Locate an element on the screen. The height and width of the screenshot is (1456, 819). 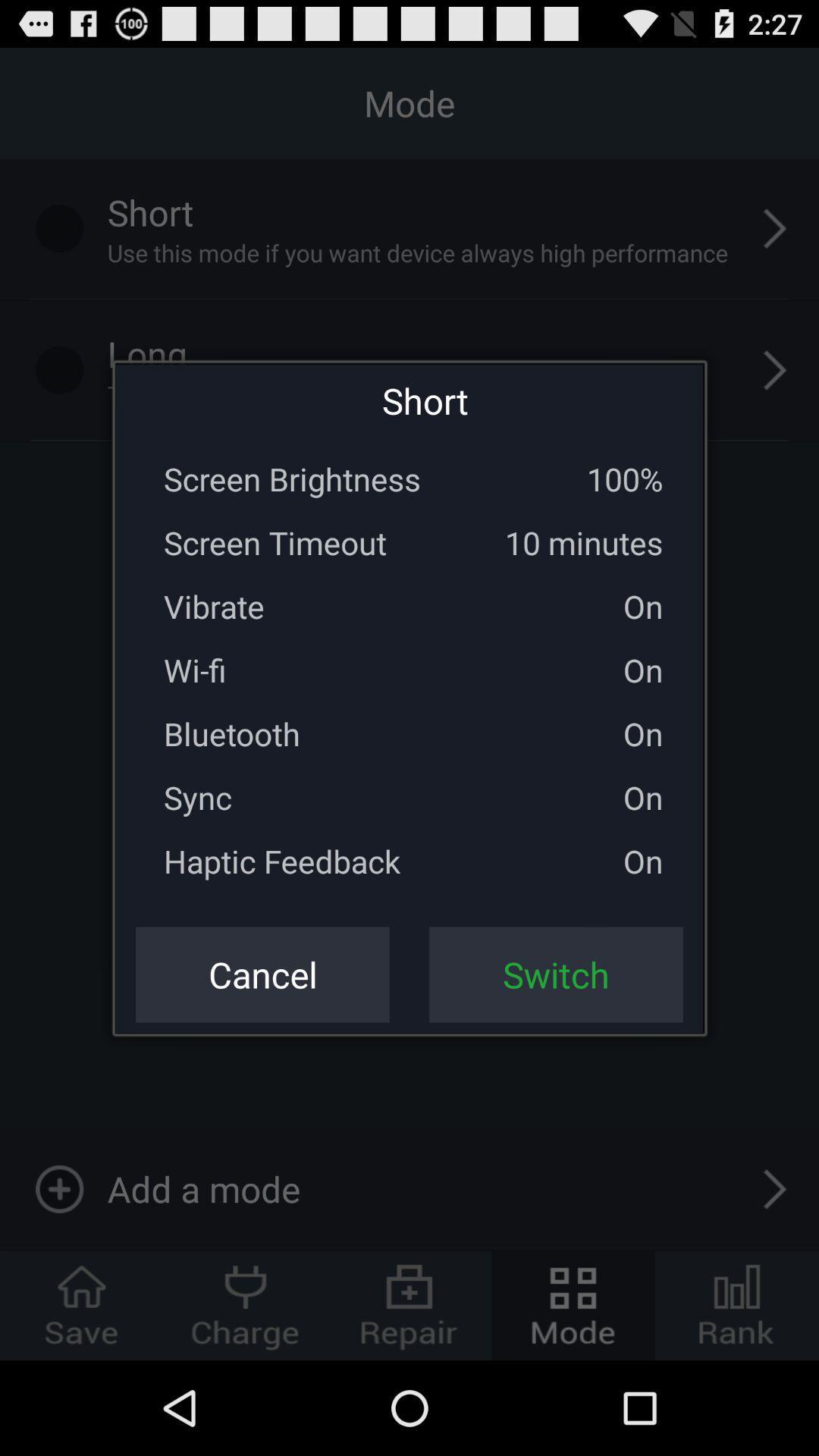
icon to the right of cancel is located at coordinates (556, 974).